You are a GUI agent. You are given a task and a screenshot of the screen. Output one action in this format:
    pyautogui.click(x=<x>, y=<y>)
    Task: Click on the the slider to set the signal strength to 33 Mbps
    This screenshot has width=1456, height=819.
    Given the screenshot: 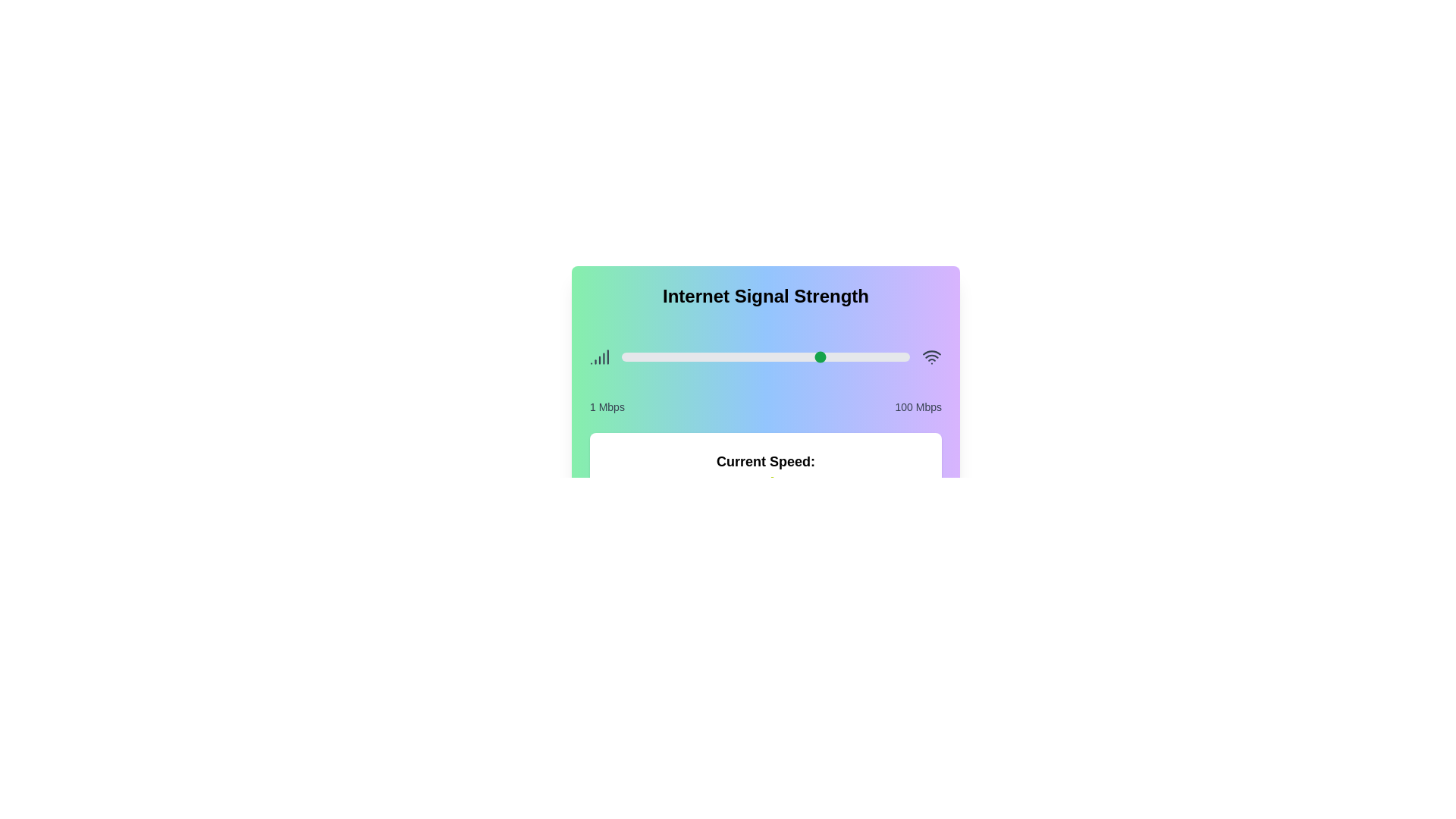 What is the action you would take?
    pyautogui.click(x=714, y=356)
    